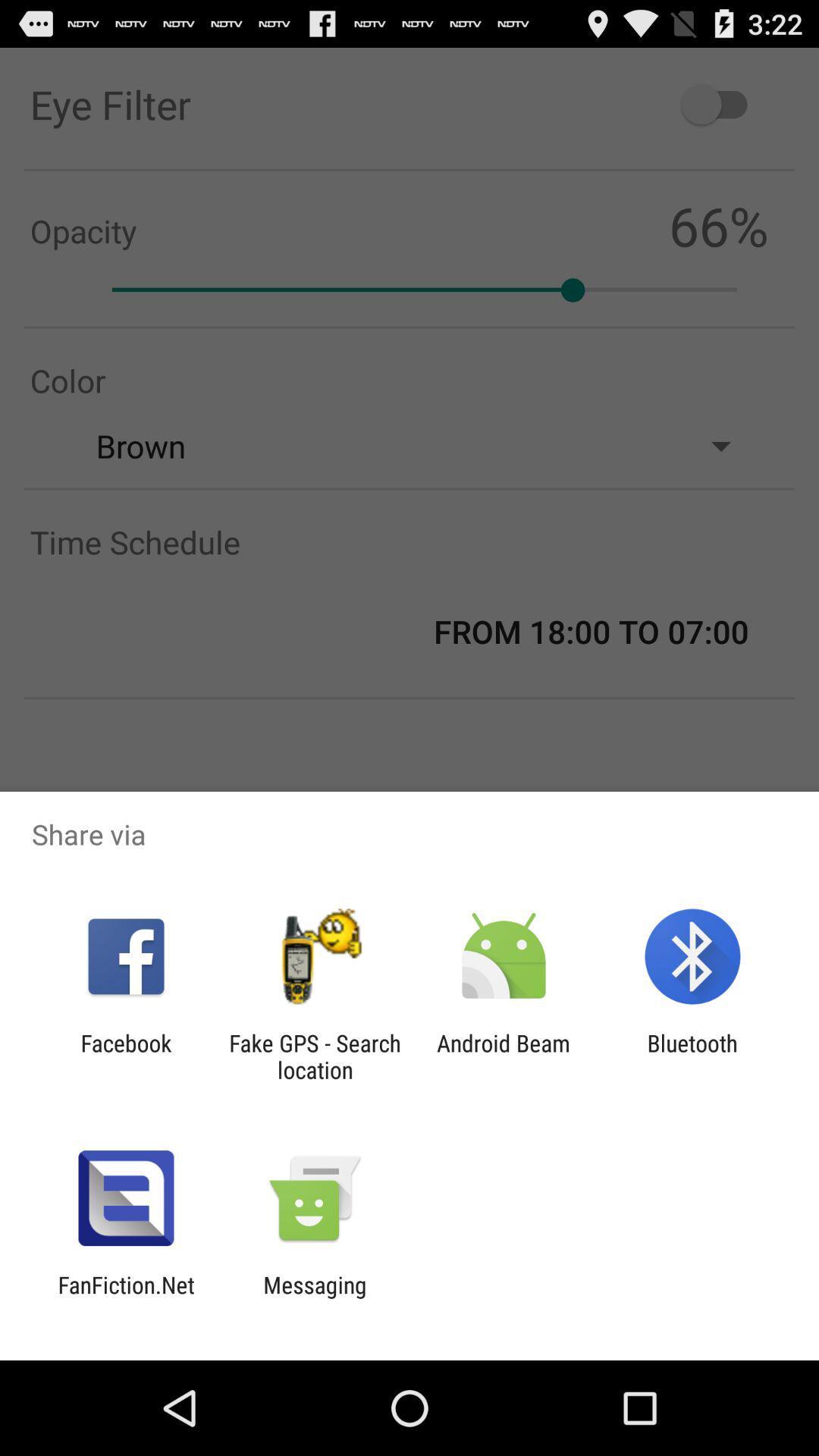 Image resolution: width=819 pixels, height=1456 pixels. What do you see at coordinates (125, 1056) in the screenshot?
I see `the facebook` at bounding box center [125, 1056].